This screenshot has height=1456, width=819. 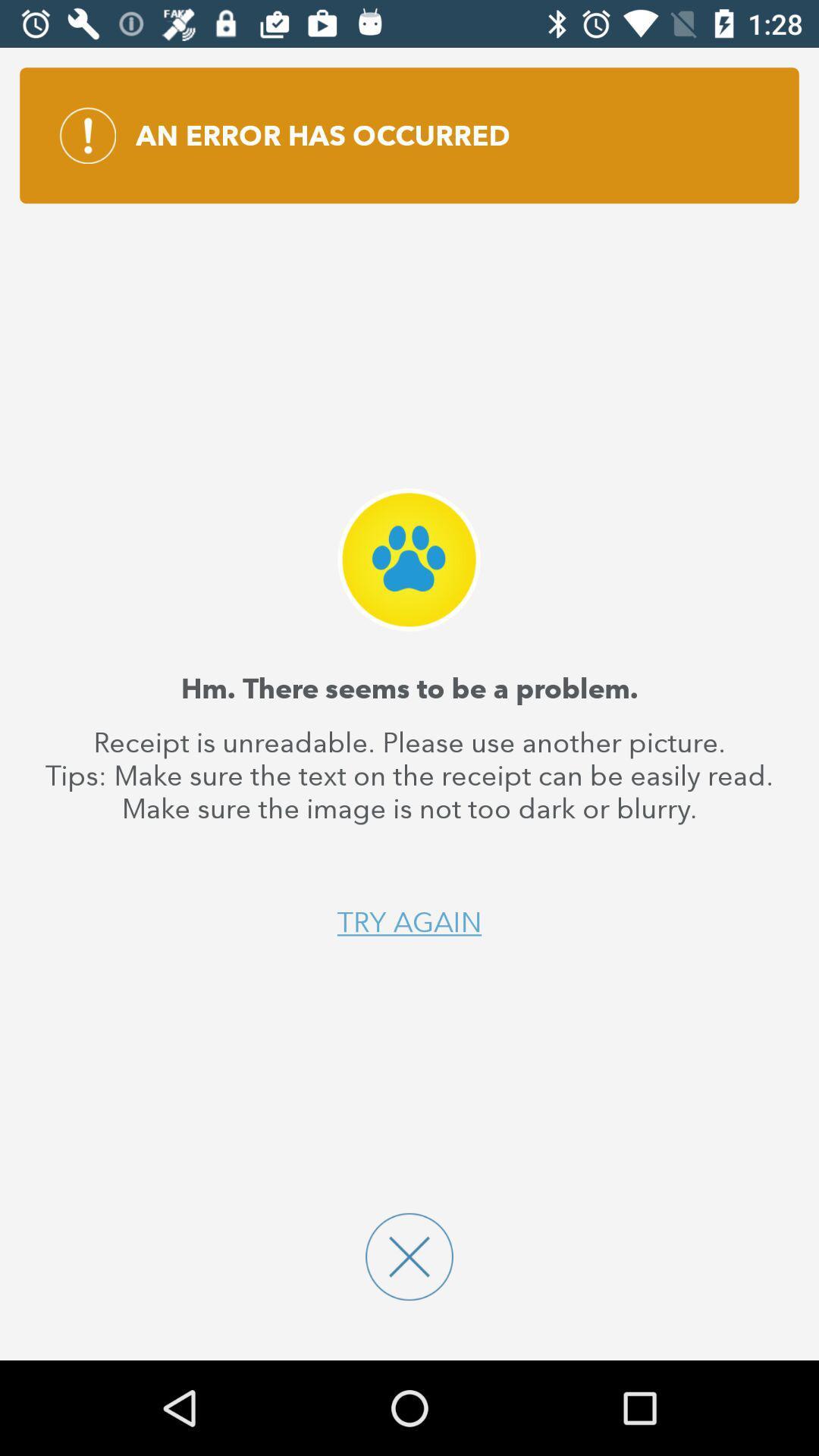 I want to click on the close icon, so click(x=409, y=1257).